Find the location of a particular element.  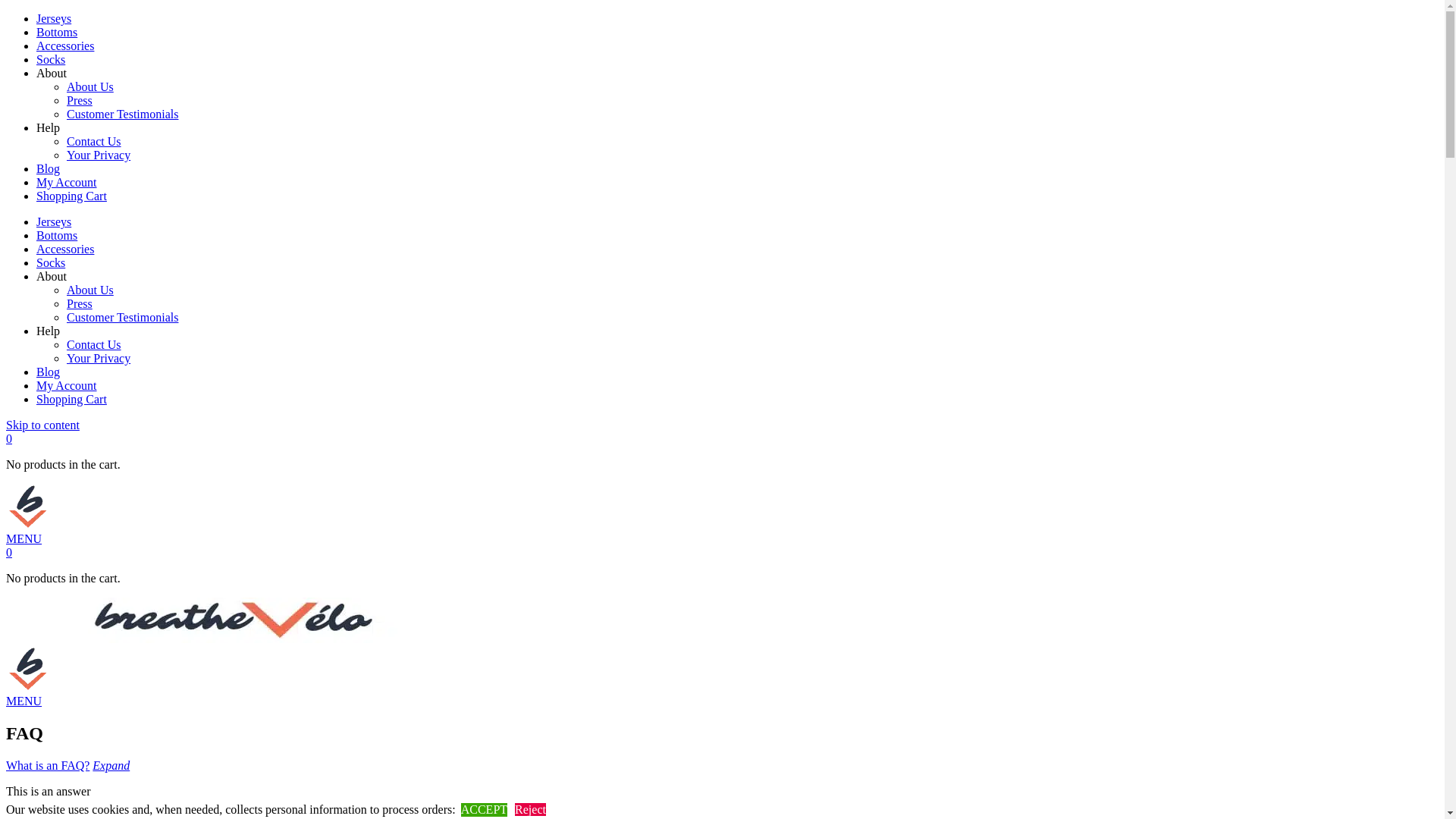

'Accessories' is located at coordinates (64, 248).